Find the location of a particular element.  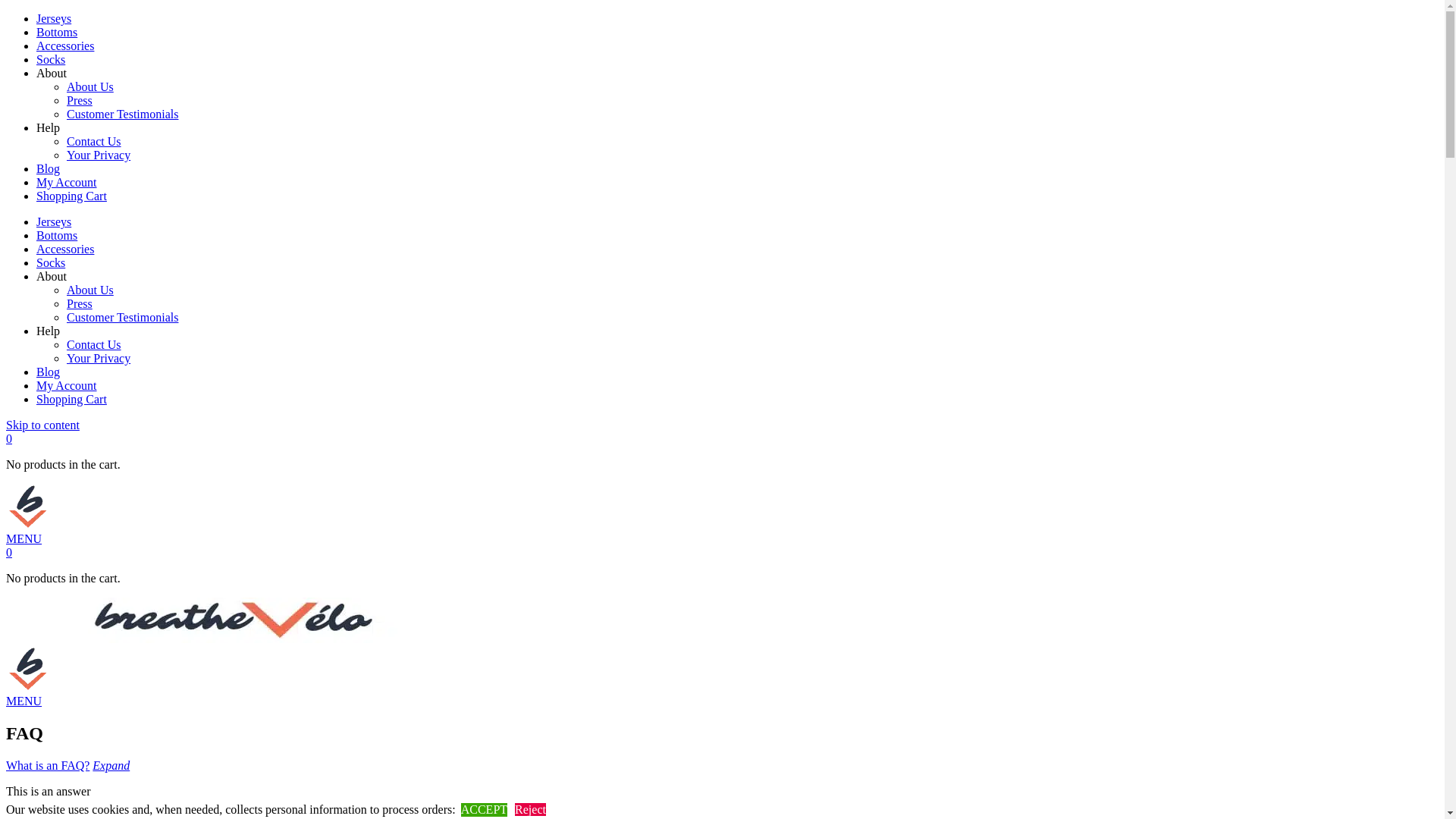

'Accessories' is located at coordinates (64, 248).